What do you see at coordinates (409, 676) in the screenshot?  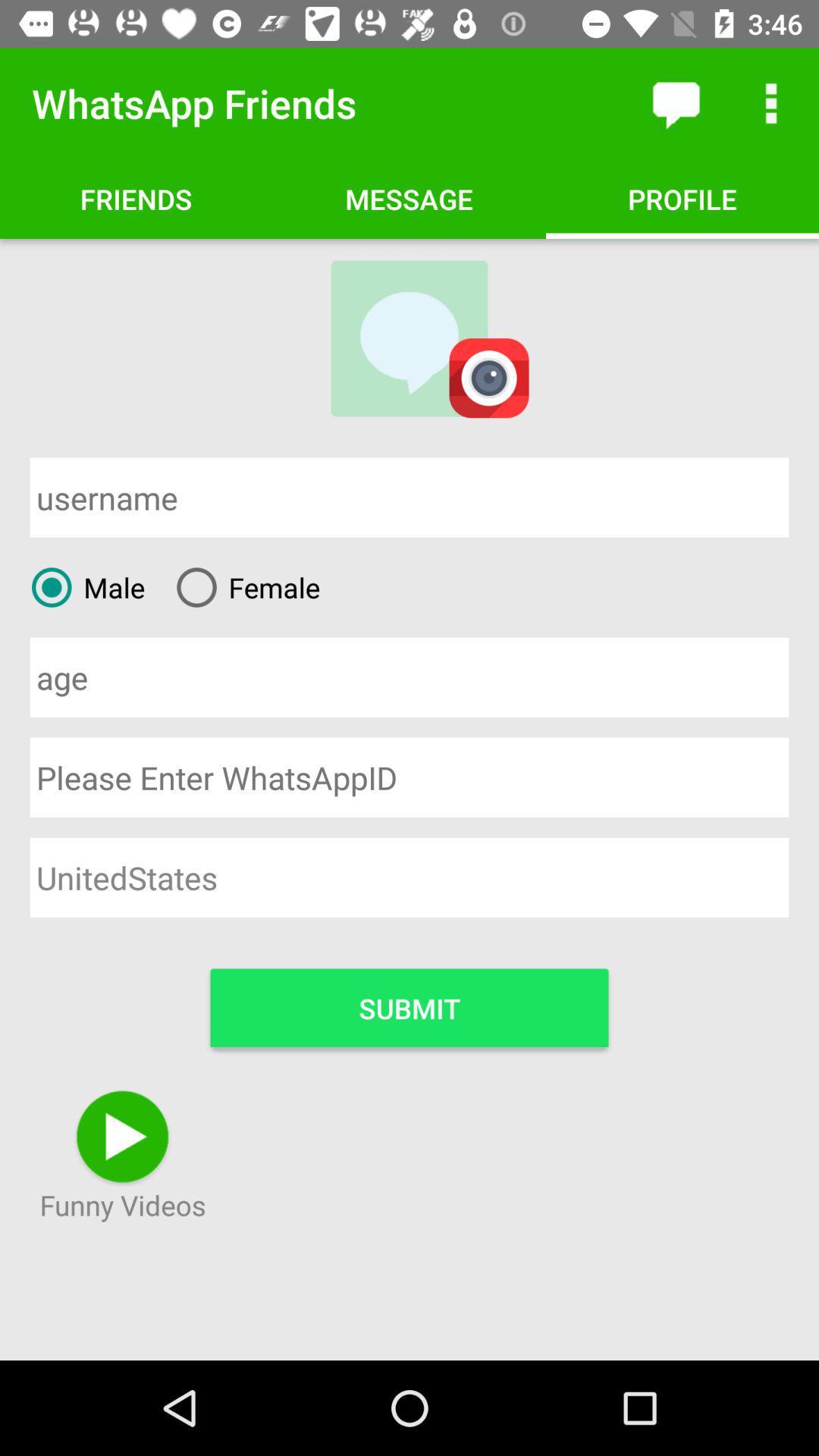 I see `age` at bounding box center [409, 676].